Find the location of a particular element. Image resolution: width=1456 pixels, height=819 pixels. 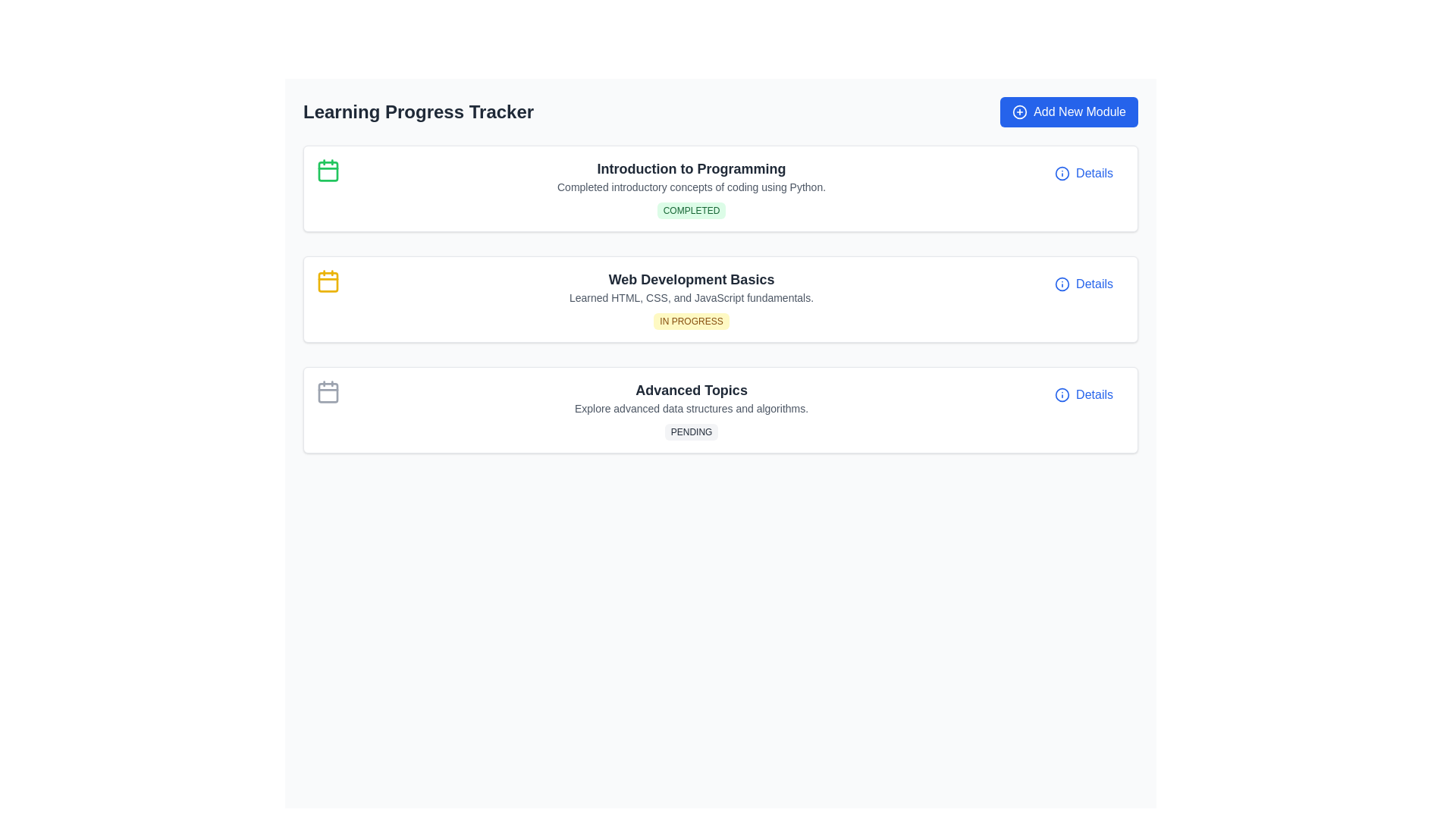

the text line that reads 'Explore advanced data structures and algorithms.', which is styled in a small gray font and positioned beneath 'Advanced Topics' and above 'PENDING.' is located at coordinates (691, 408).